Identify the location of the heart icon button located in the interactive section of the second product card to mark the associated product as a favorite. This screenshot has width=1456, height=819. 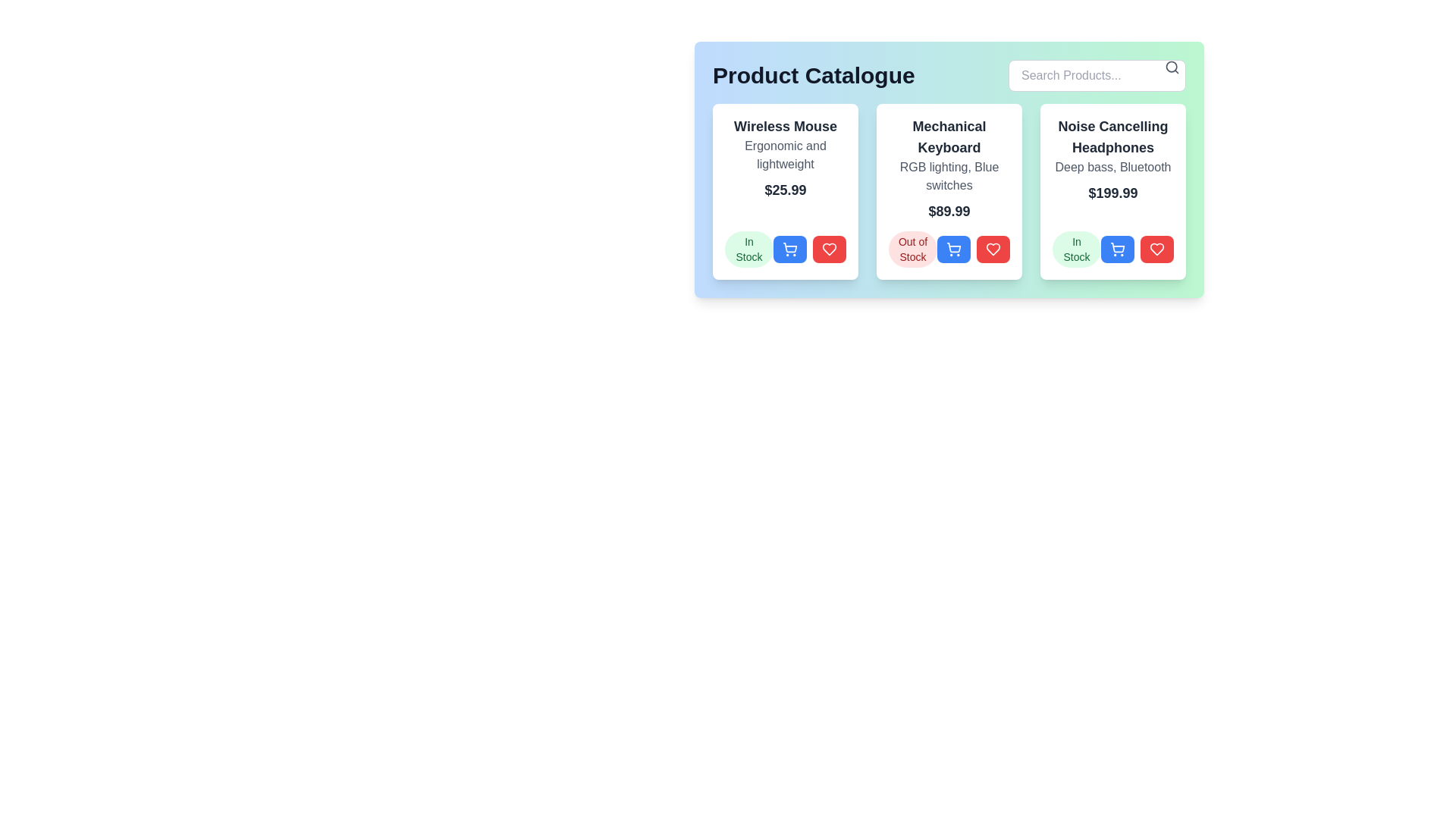
(829, 248).